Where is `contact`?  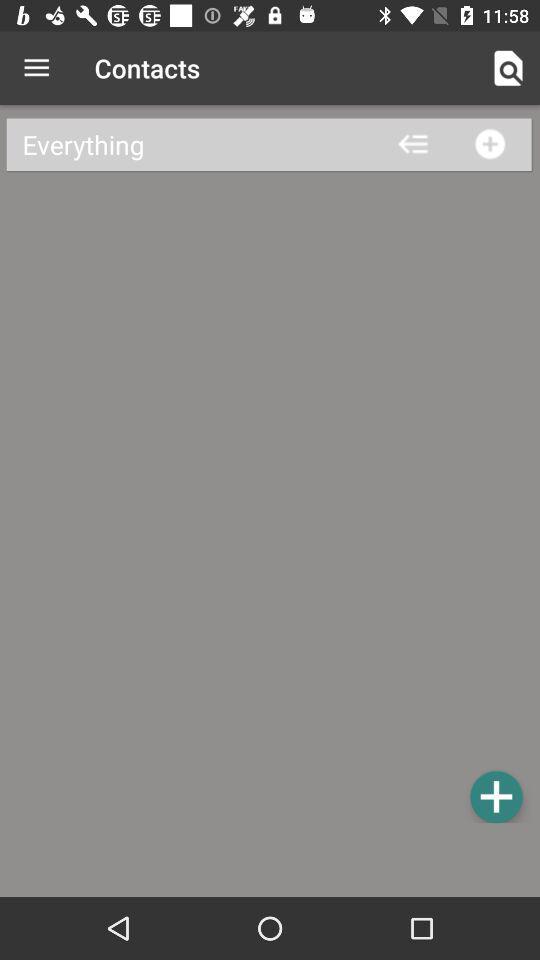
contact is located at coordinates (495, 796).